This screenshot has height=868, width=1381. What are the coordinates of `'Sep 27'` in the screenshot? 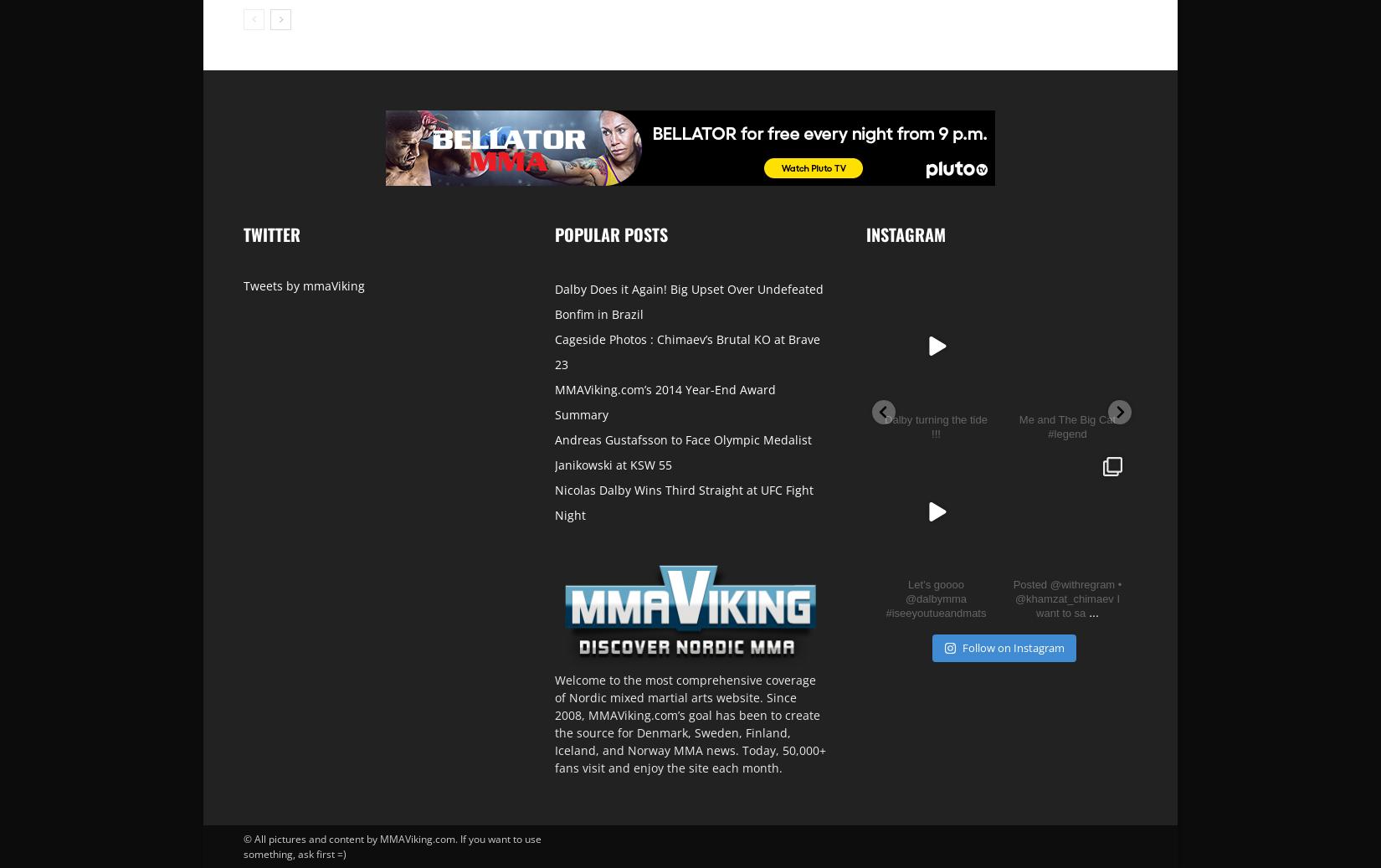 It's located at (1204, 388).